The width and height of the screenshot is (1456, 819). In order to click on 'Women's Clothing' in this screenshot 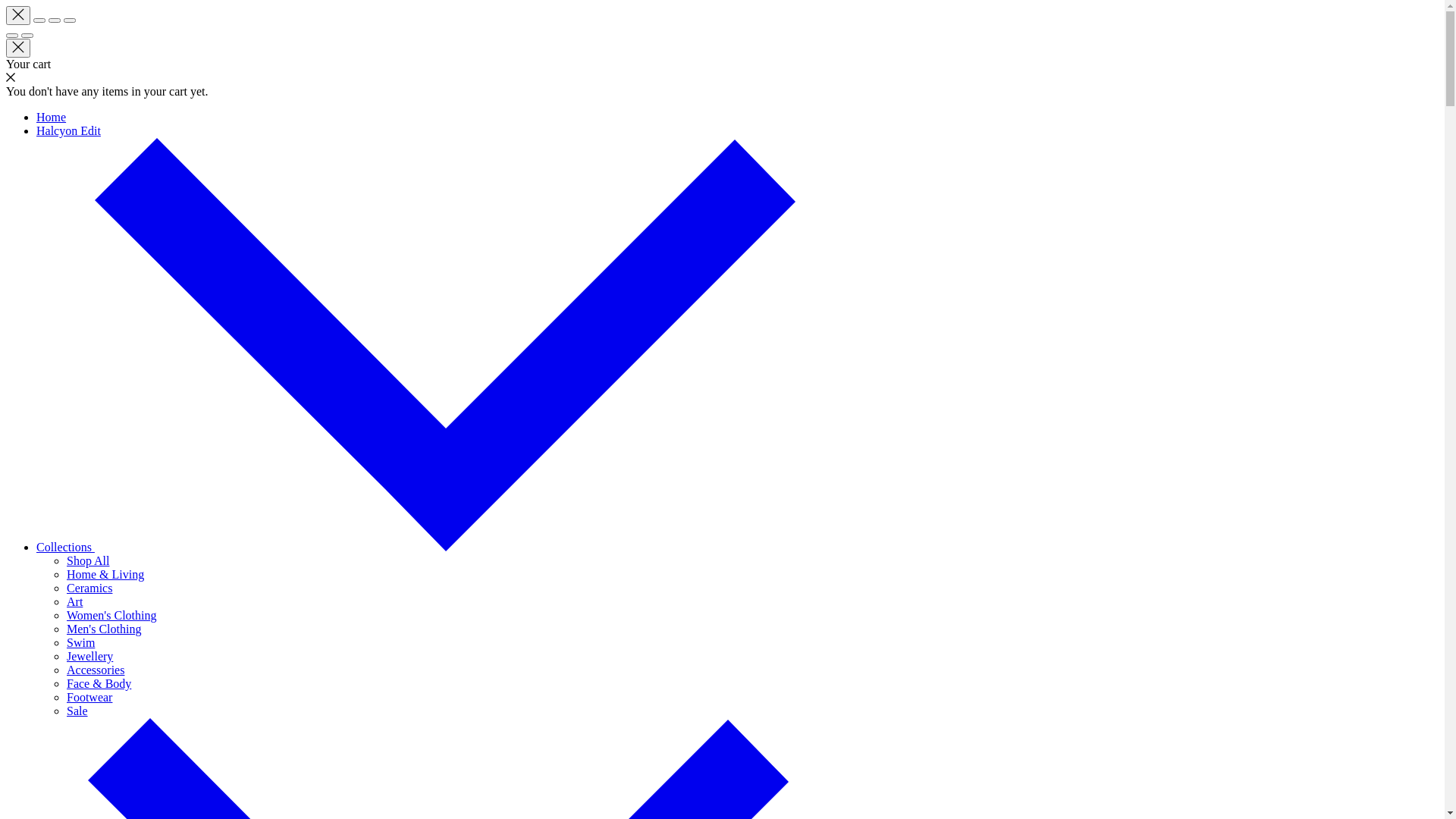, I will do `click(65, 615)`.